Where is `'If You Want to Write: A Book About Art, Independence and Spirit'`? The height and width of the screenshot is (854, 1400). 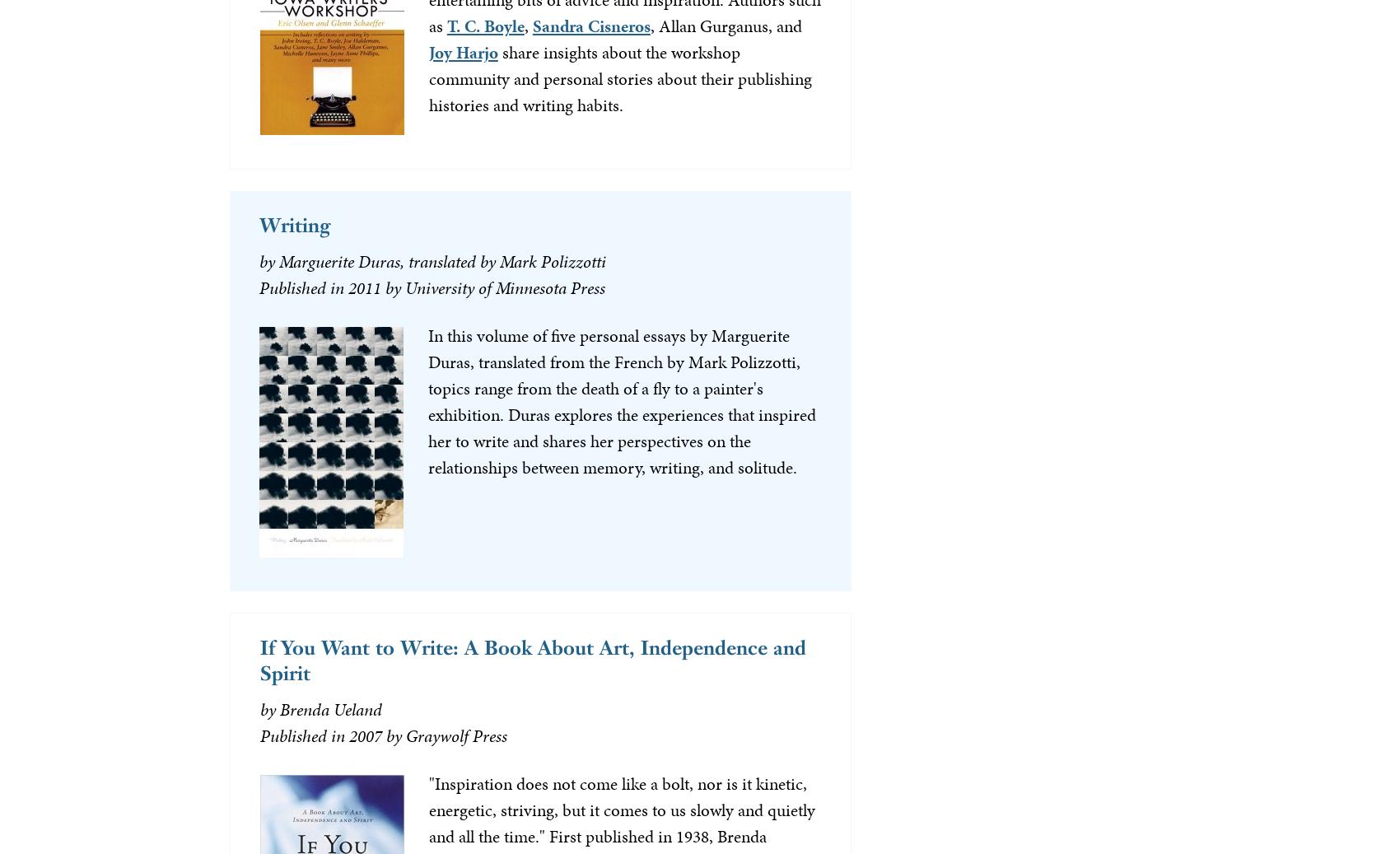 'If You Want to Write: A Book About Art, Independence and Spirit' is located at coordinates (532, 659).